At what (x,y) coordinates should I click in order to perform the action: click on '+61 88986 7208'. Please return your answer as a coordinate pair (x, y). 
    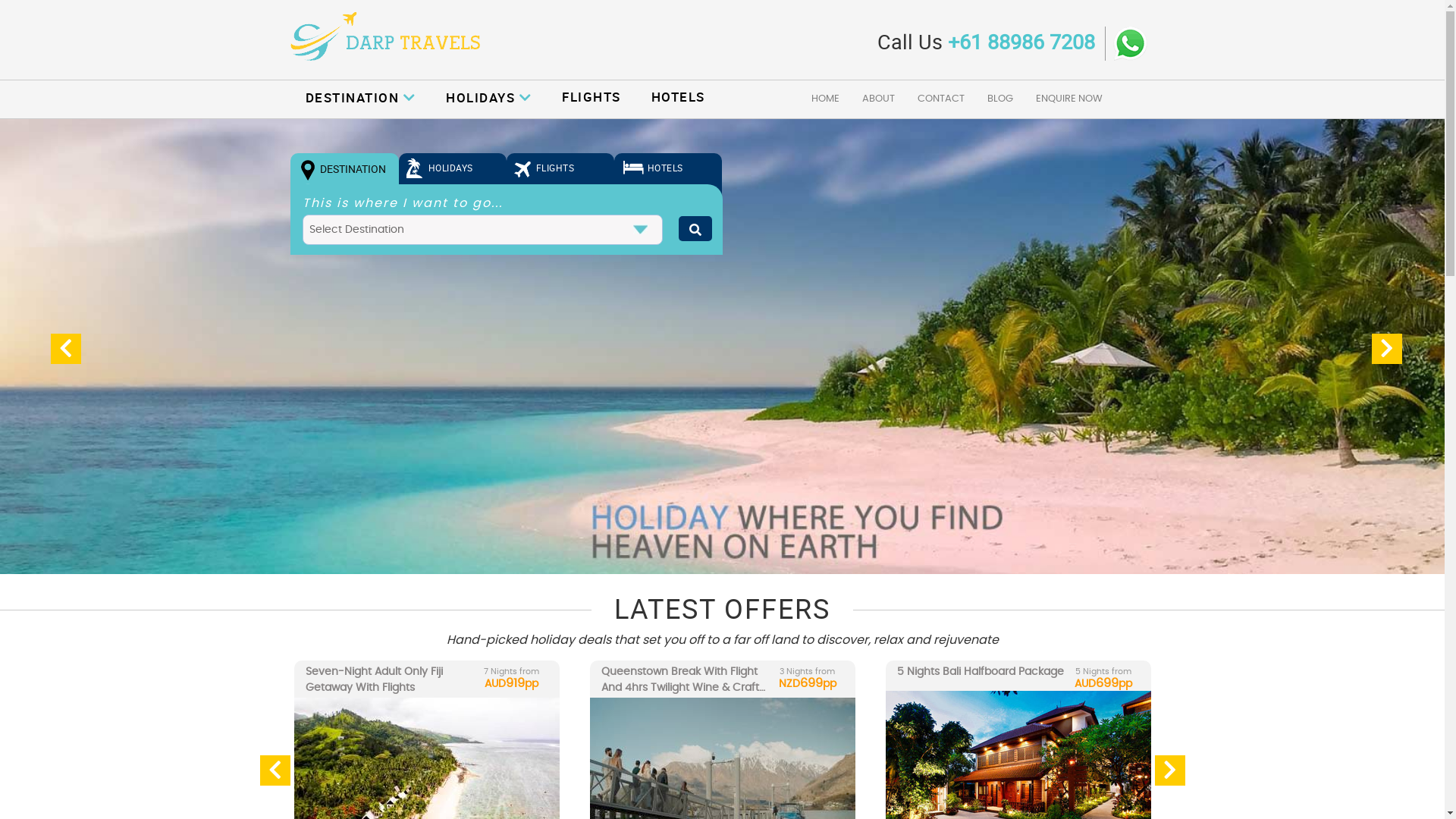
    Looking at the image, I should click on (1021, 40).